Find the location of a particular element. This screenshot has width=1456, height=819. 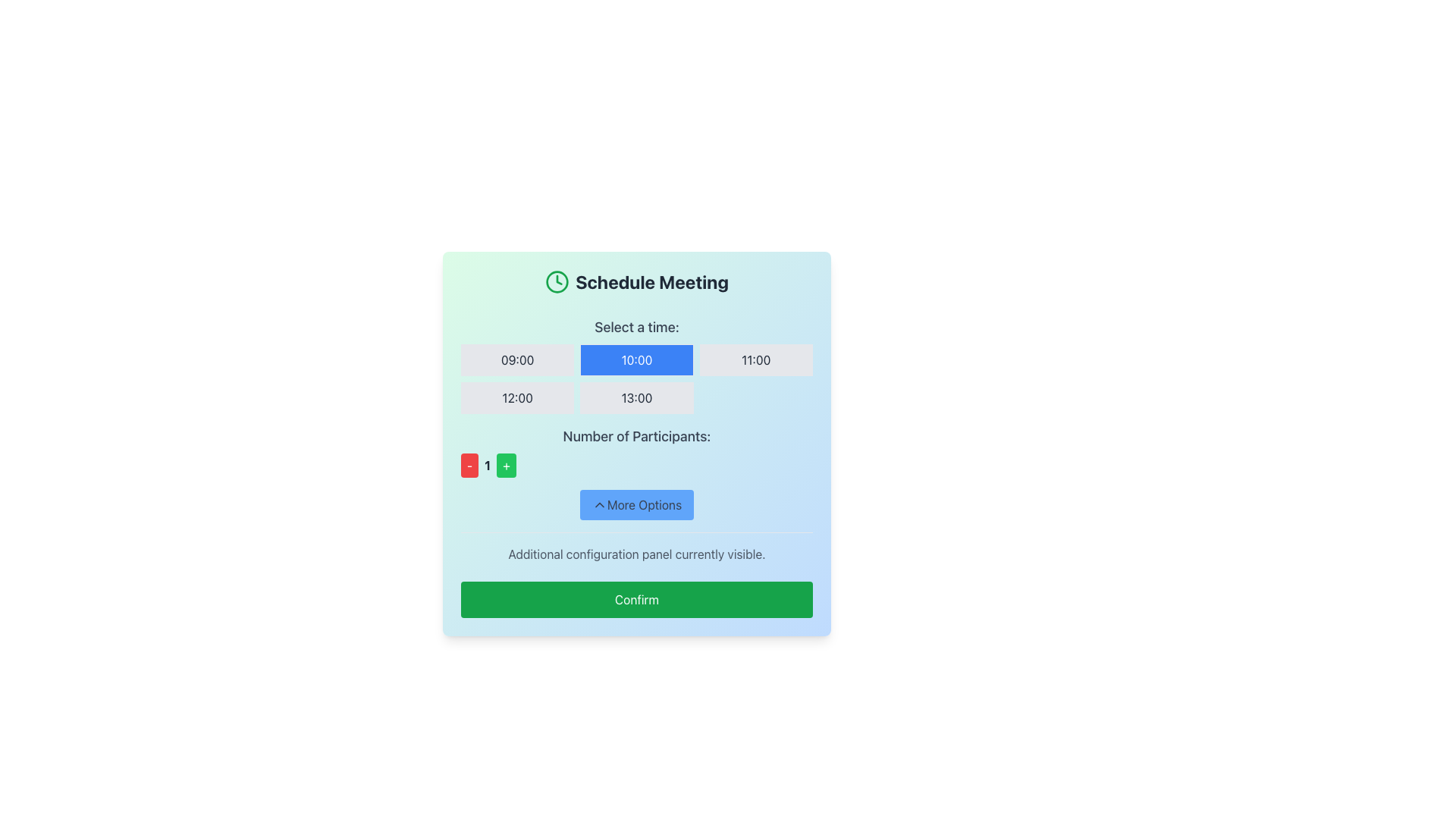

the scheduling icon located to the left of the 'Schedule Meeting' title in the title block is located at coordinates (557, 281).